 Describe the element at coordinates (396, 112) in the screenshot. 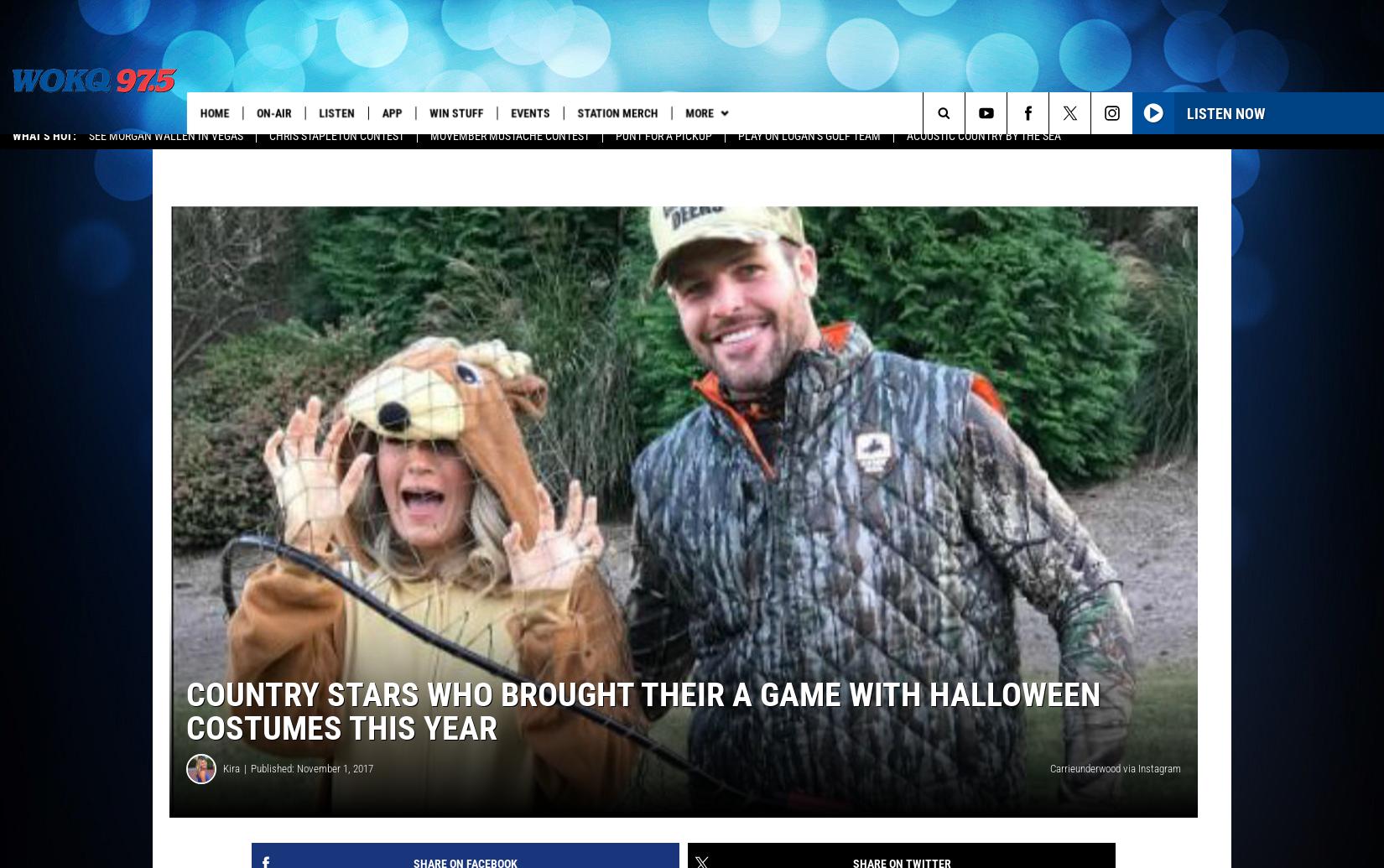

I see `'App'` at that location.